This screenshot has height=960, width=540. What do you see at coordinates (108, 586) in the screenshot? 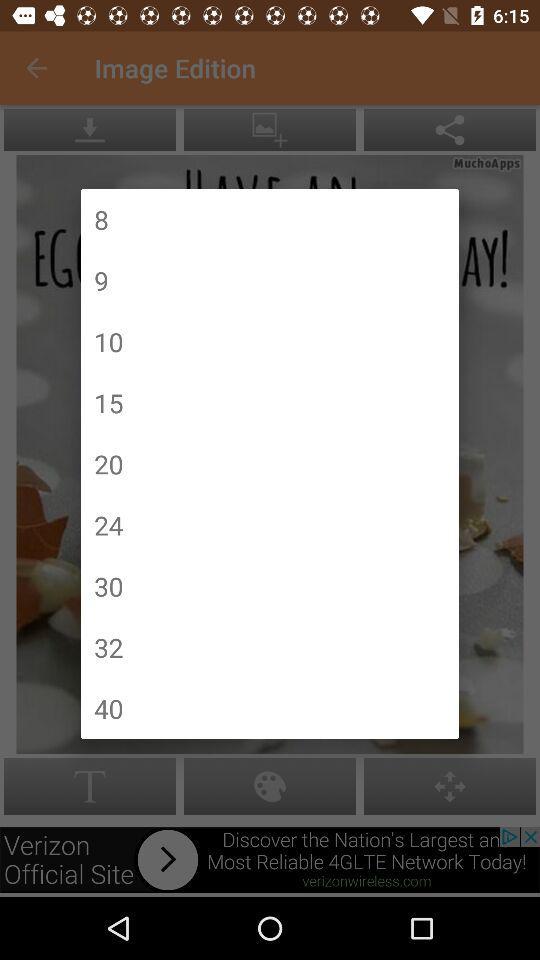
I see `icon above the 32 item` at bounding box center [108, 586].